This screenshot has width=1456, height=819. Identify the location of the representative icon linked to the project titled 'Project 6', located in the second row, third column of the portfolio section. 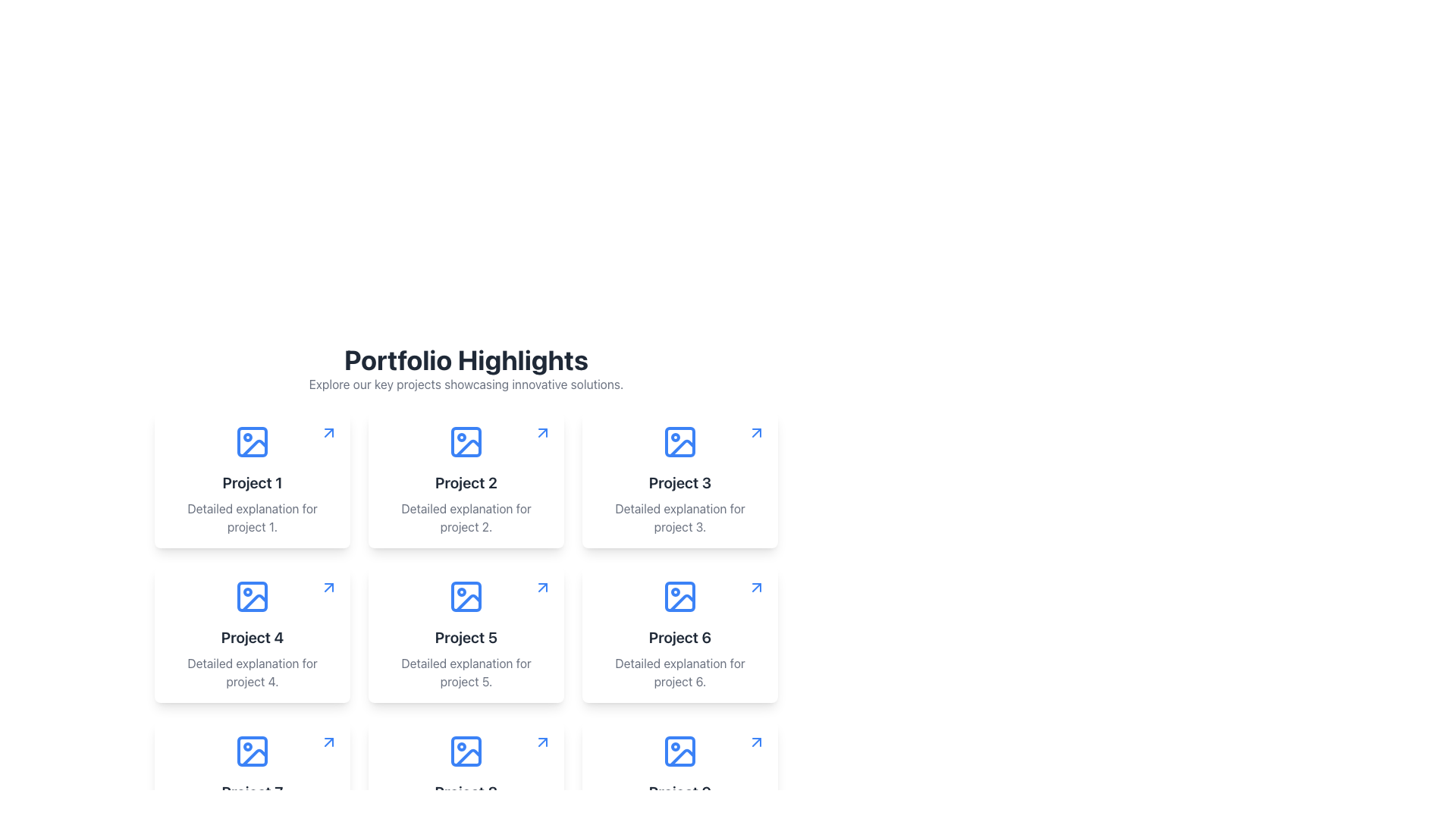
(679, 595).